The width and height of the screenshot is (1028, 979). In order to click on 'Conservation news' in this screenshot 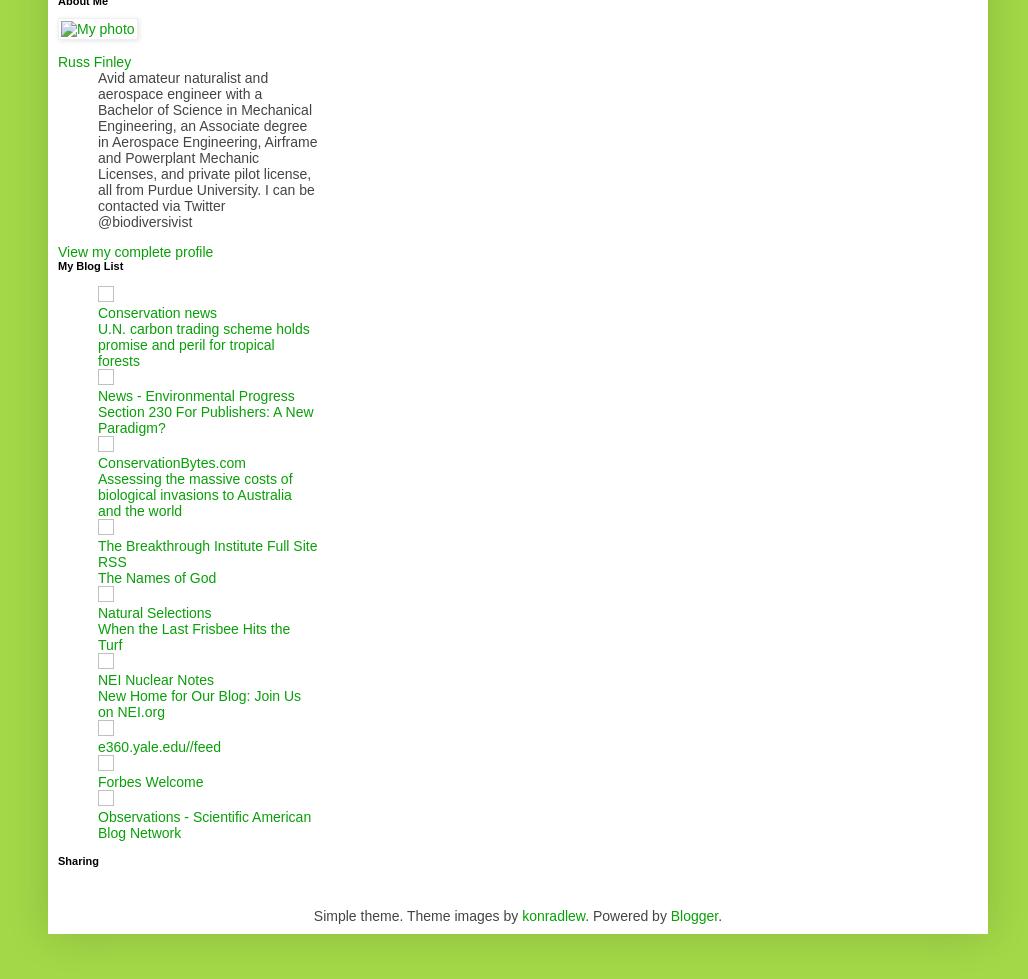, I will do `click(157, 312)`.